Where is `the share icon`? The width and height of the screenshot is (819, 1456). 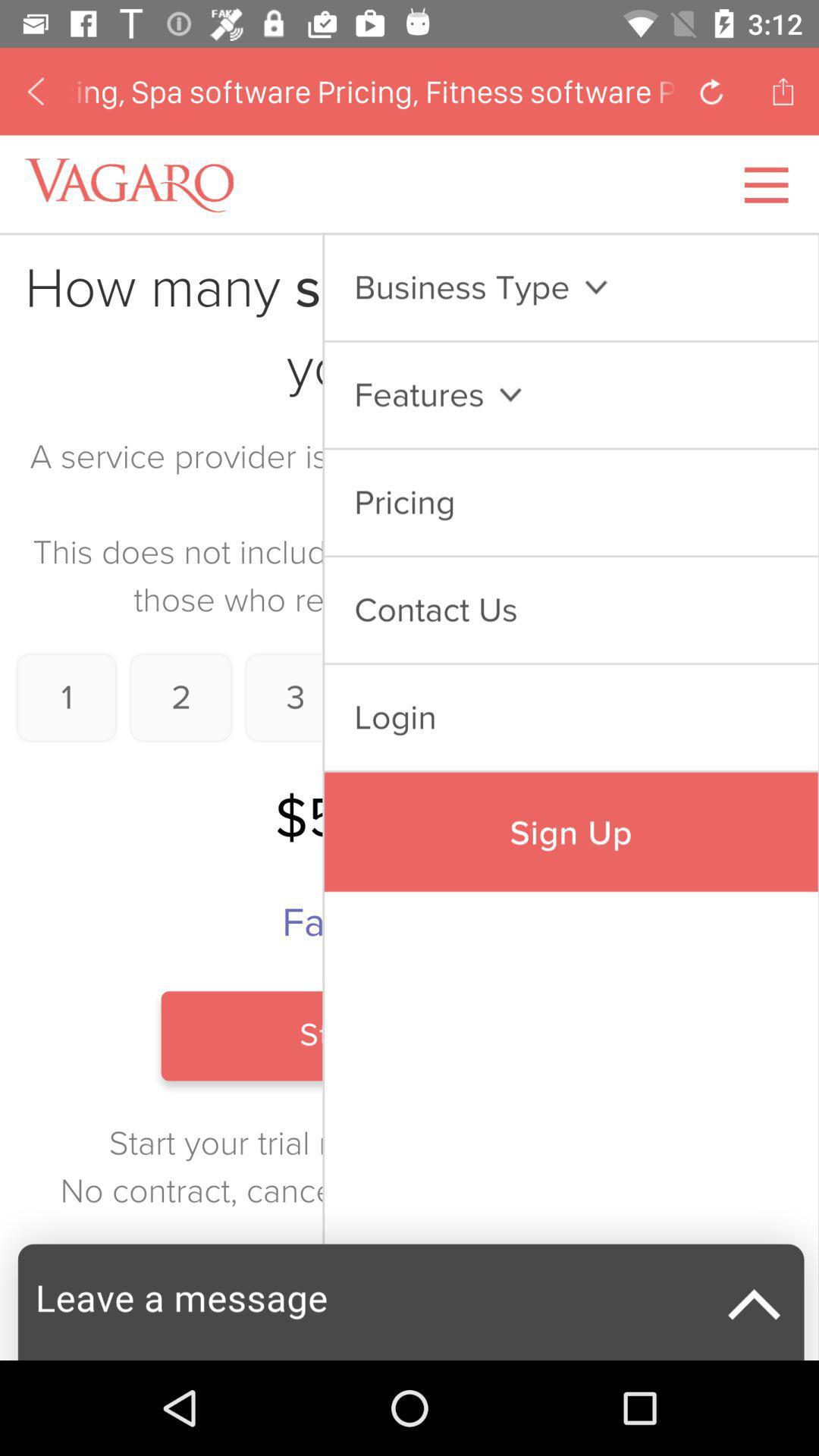
the share icon is located at coordinates (783, 90).